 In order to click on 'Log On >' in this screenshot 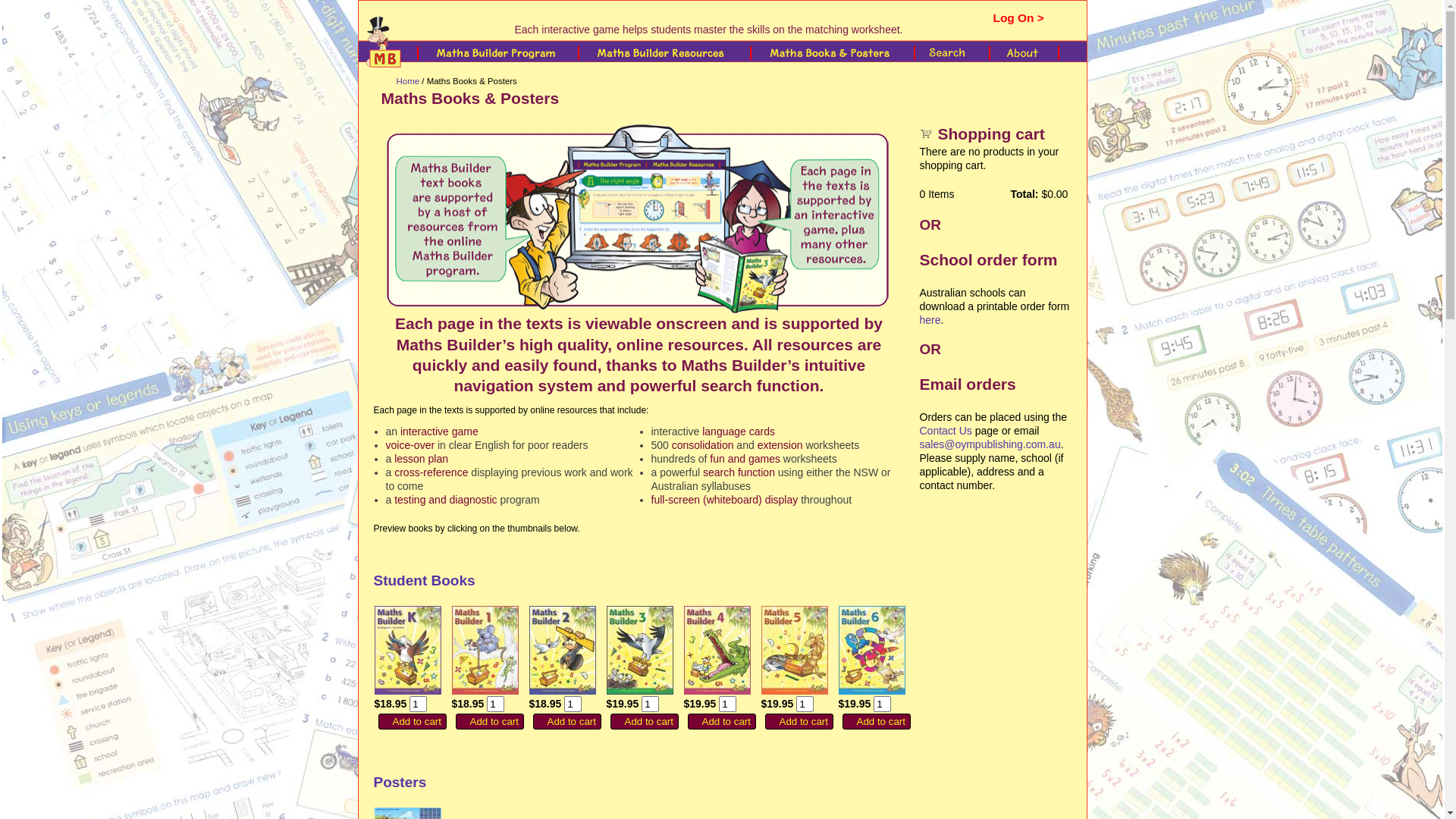, I will do `click(1018, 17)`.